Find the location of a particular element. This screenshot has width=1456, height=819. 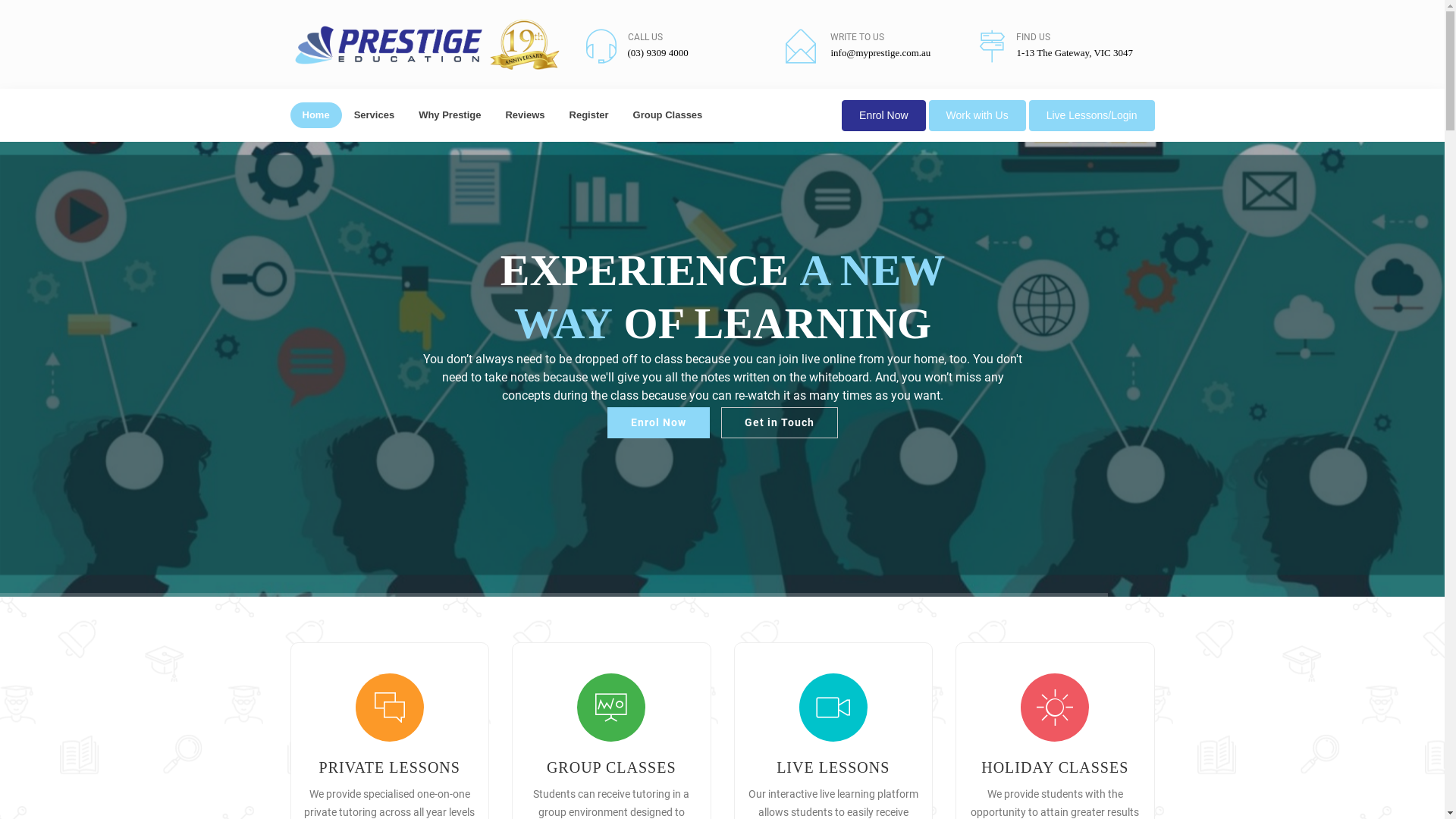

'Work with Us' is located at coordinates (977, 115).